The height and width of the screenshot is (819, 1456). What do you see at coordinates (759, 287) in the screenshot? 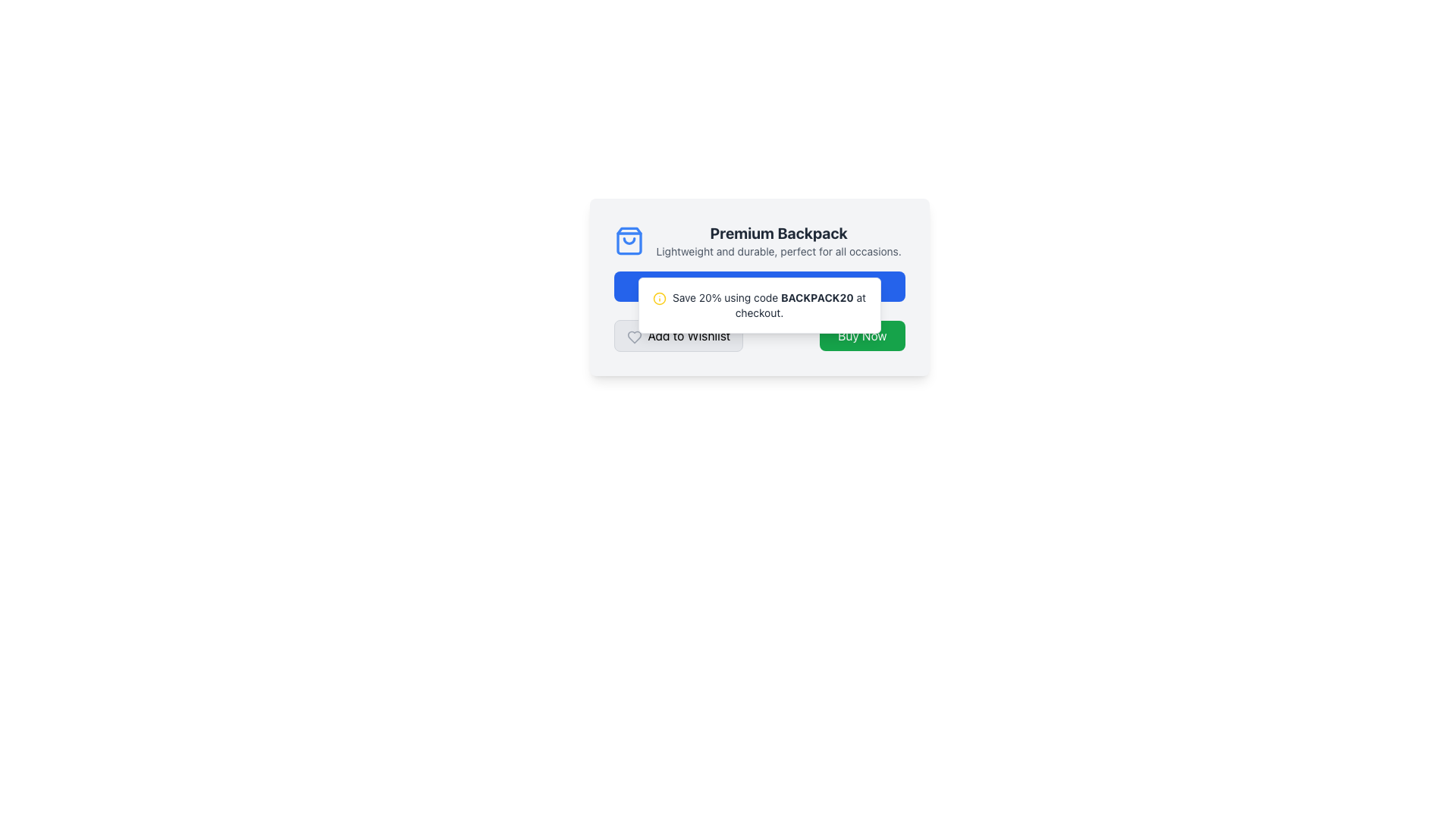
I see `the button that provides additional information about the premium backpack product` at bounding box center [759, 287].